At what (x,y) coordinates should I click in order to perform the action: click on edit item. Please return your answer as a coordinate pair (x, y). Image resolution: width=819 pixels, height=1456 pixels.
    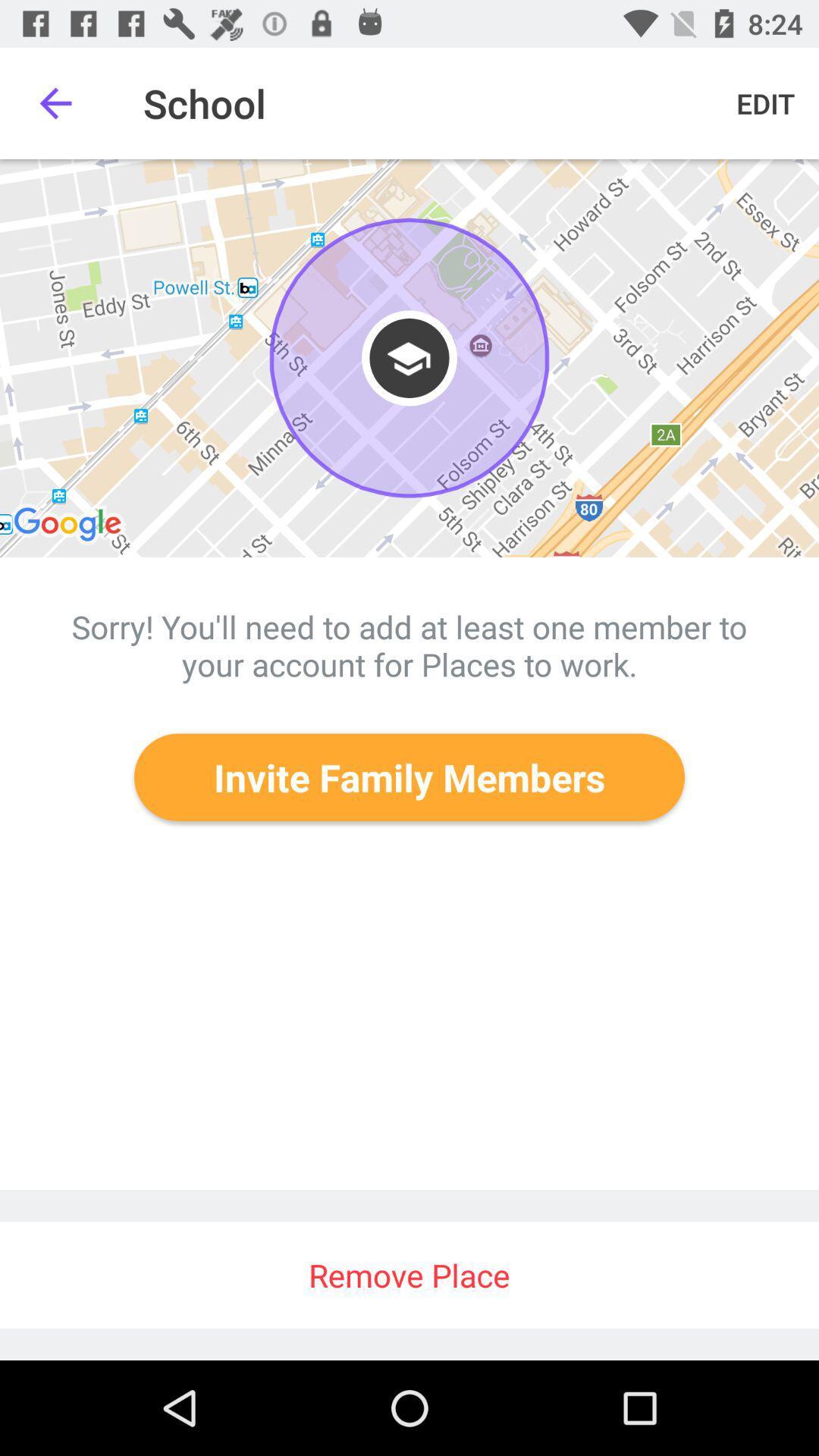
    Looking at the image, I should click on (765, 102).